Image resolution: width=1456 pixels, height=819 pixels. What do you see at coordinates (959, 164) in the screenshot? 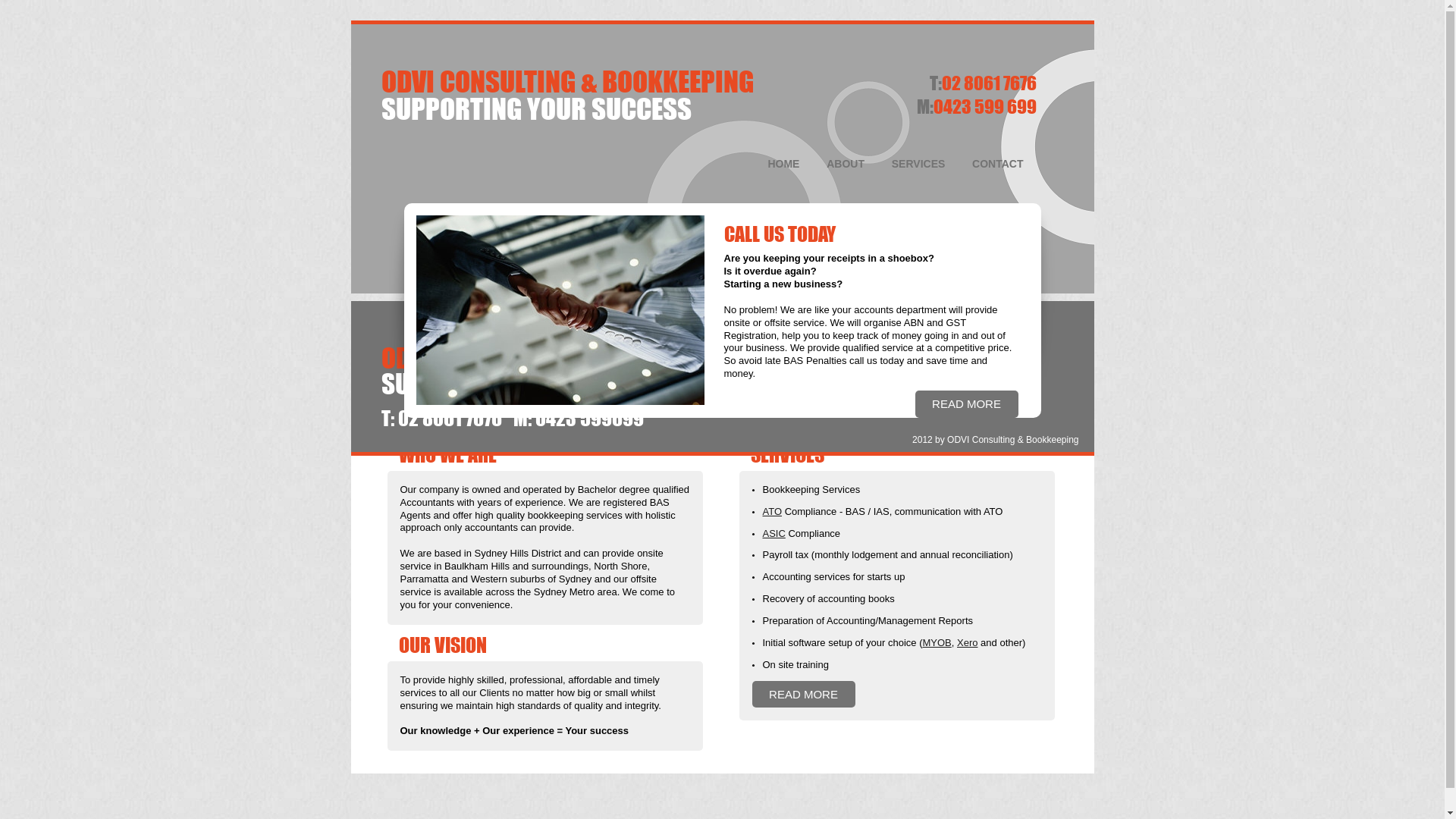
I see `'CONTACT'` at bounding box center [959, 164].